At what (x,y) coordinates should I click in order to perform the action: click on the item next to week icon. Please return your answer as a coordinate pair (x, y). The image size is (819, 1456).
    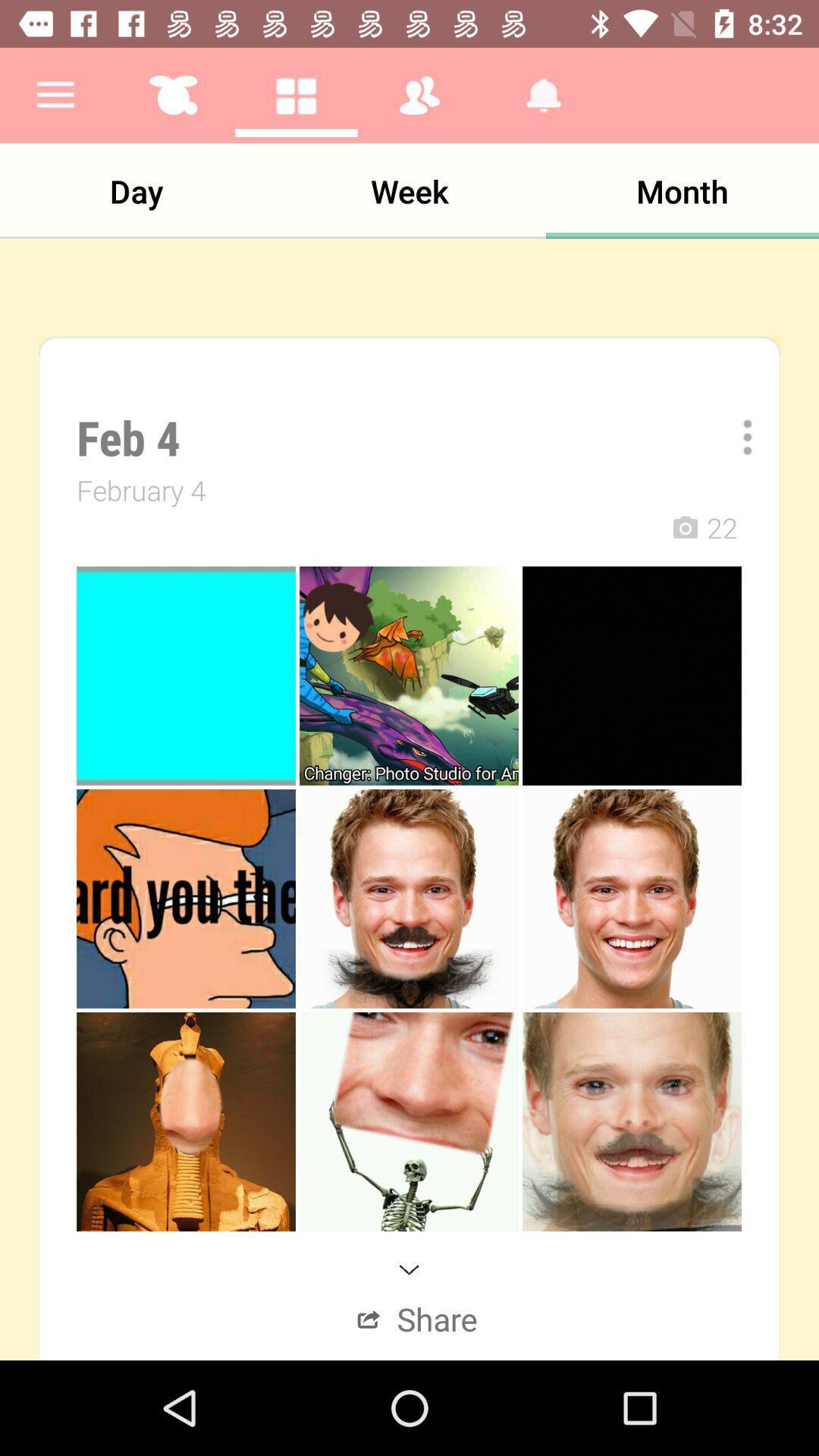
    Looking at the image, I should click on (136, 190).